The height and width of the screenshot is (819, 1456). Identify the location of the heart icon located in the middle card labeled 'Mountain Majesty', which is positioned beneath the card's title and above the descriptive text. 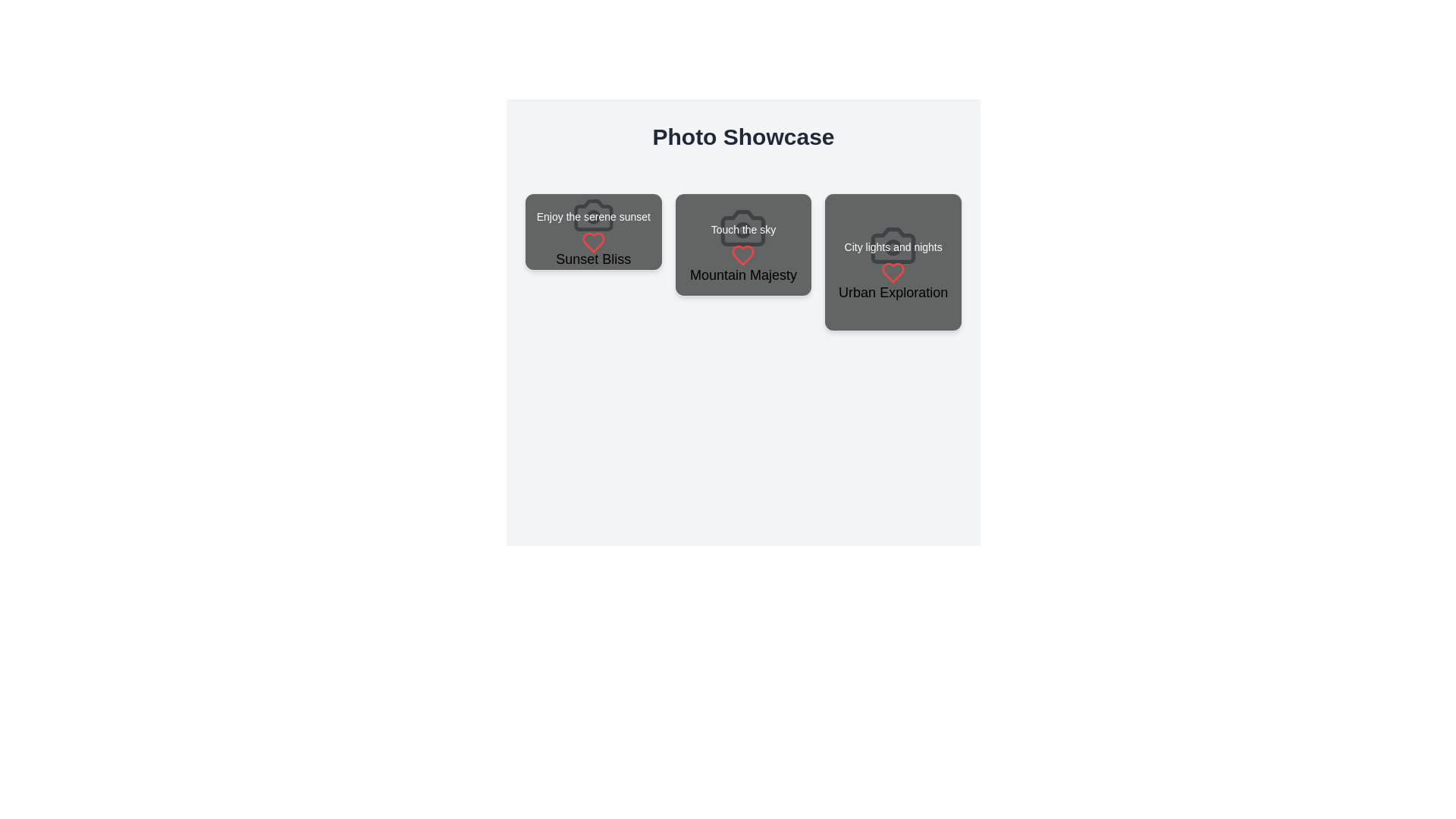
(743, 255).